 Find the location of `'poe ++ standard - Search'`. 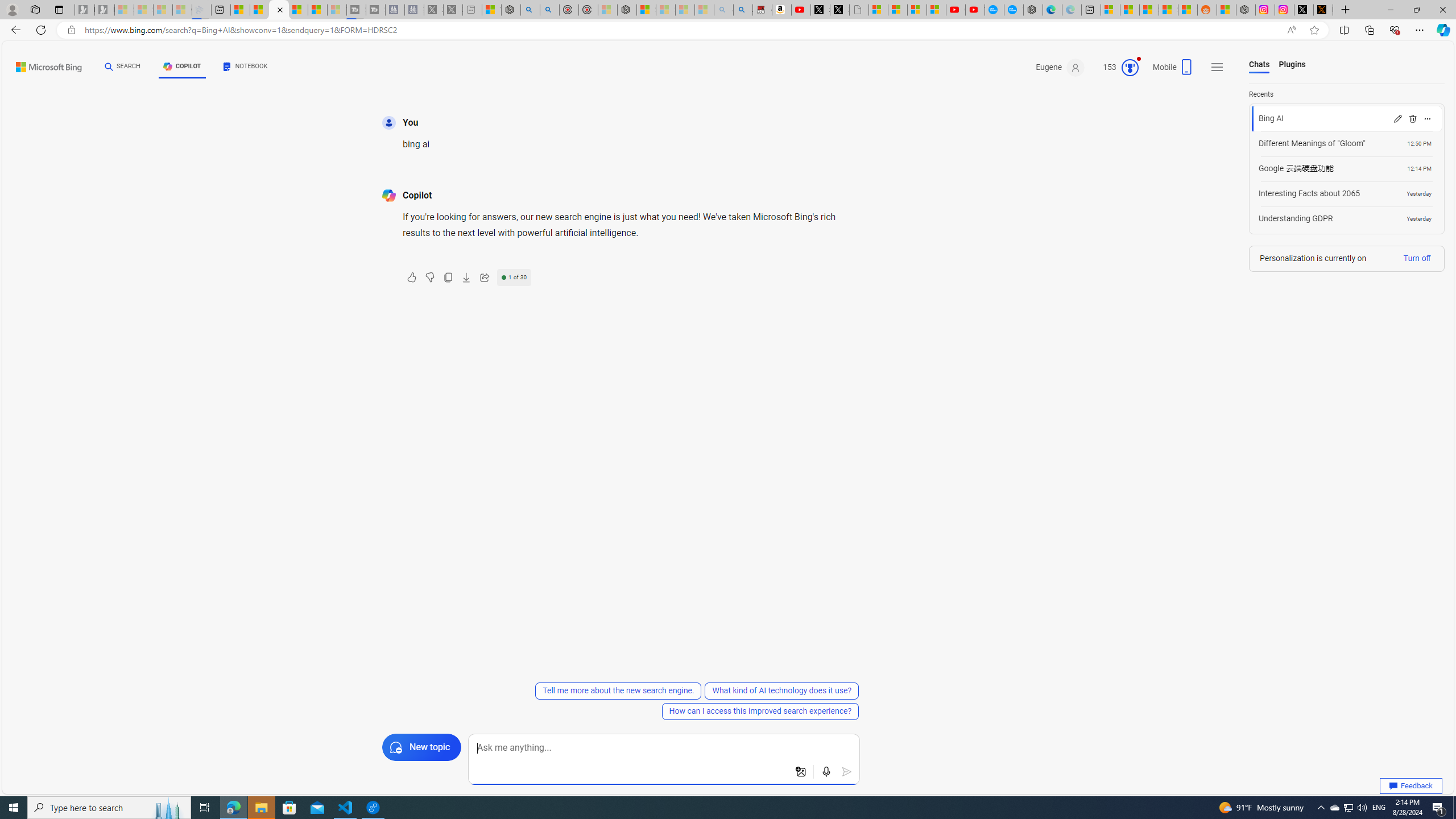

'poe ++ standard - Search' is located at coordinates (549, 9).